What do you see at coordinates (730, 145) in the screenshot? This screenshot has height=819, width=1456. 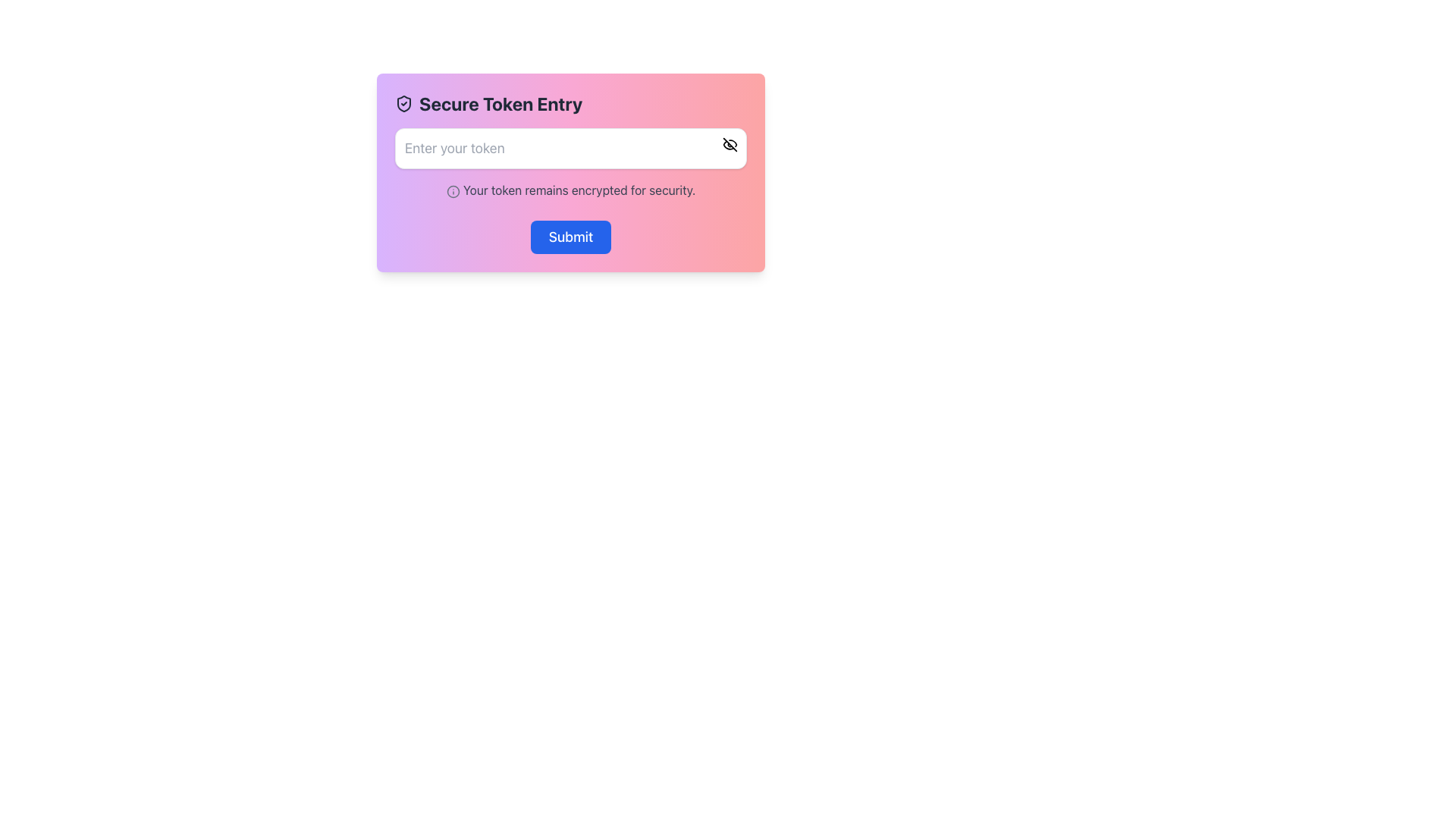 I see `the eye icon with a slash through it located at the top-right corner of the 'Enter your token' input field` at bounding box center [730, 145].